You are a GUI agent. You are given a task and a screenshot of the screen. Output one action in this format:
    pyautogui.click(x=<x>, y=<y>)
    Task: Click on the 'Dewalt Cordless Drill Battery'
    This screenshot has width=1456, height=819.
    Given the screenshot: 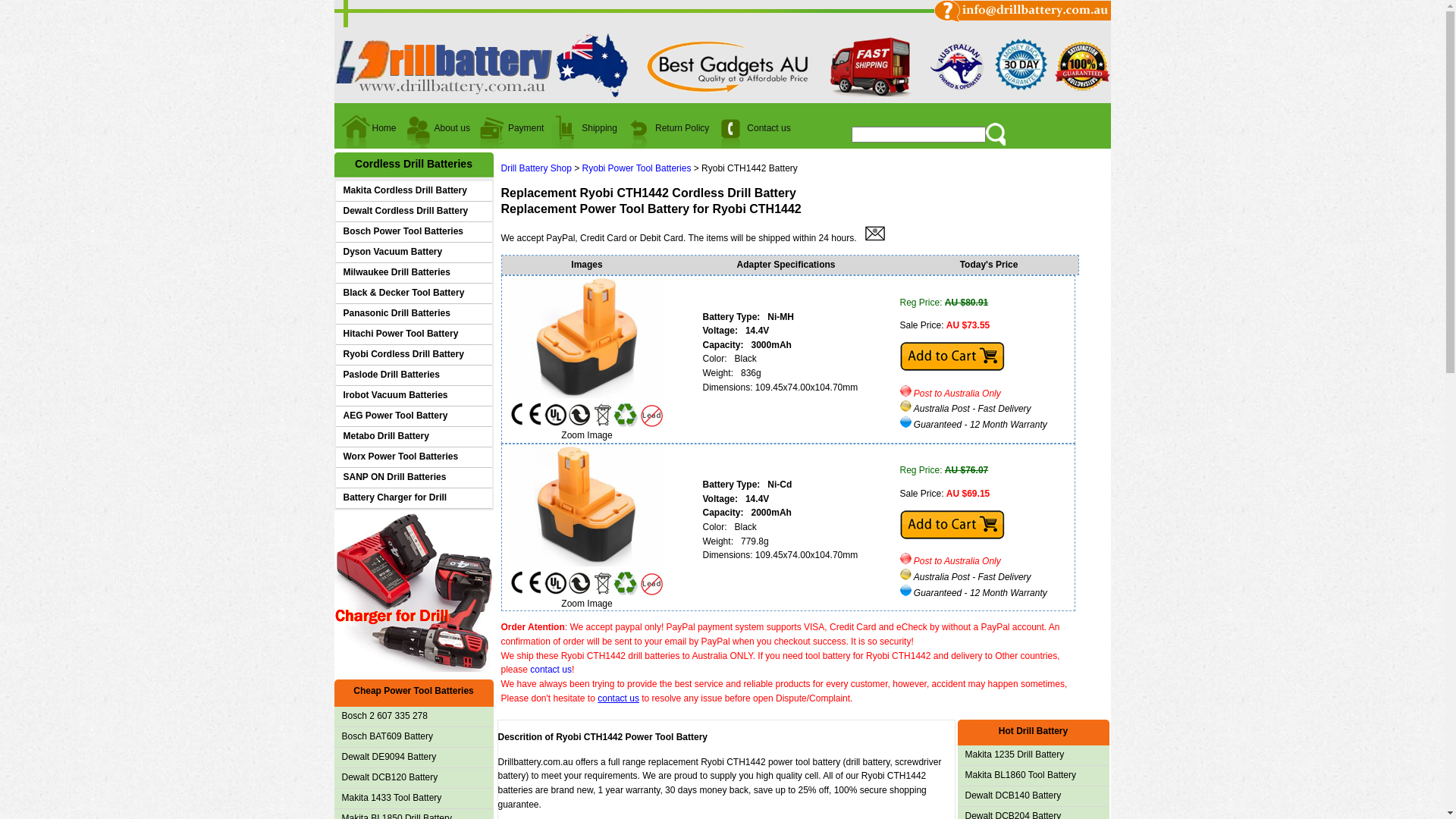 What is the action you would take?
    pyautogui.click(x=413, y=211)
    